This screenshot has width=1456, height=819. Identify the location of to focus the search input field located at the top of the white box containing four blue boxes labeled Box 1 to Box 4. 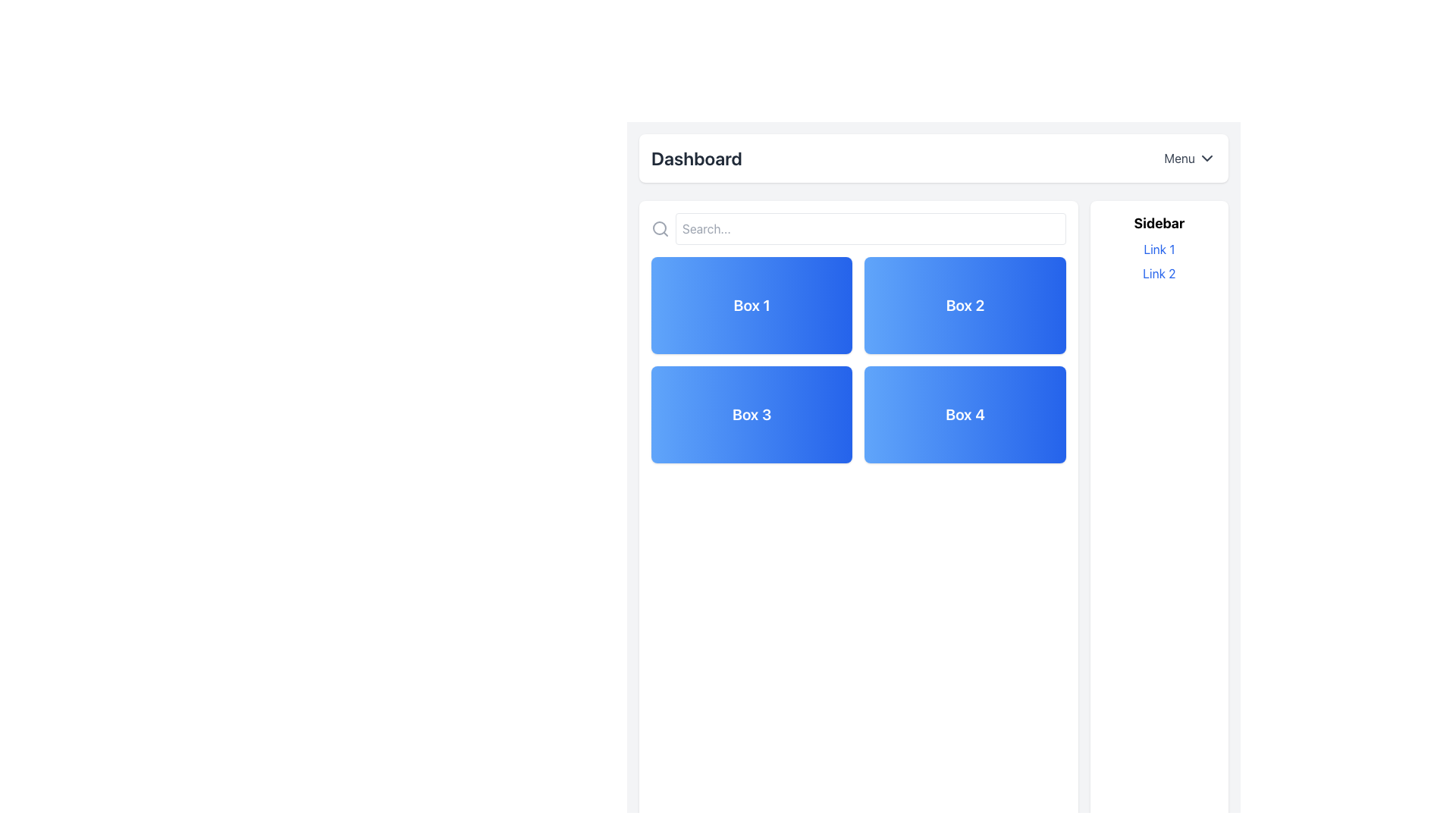
(858, 228).